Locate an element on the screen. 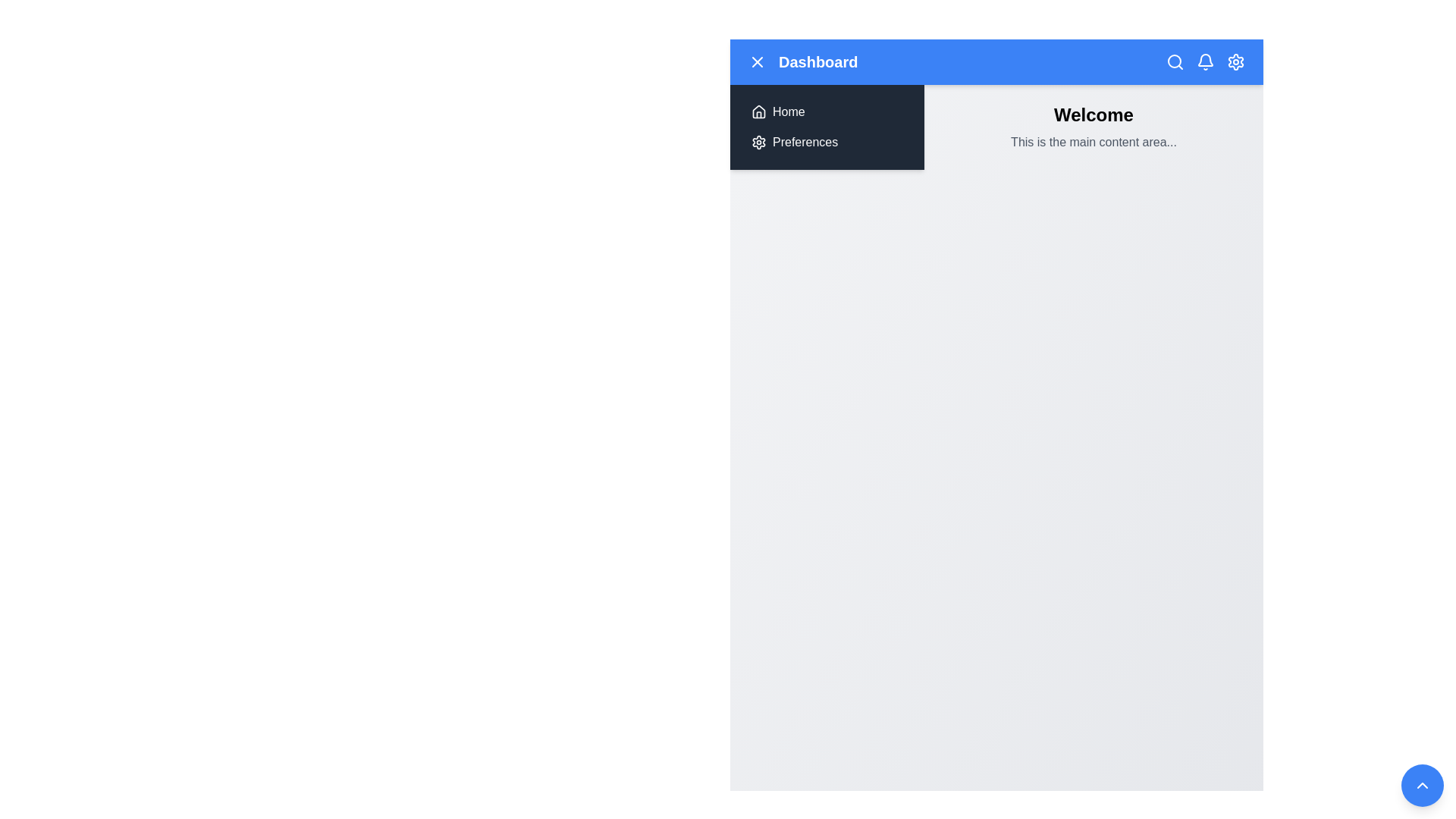 This screenshot has width=1456, height=819. the search icon button, which is a magnifying glass symbol located in the top right corner of the interface, to change its color to gray is located at coordinates (1175, 61).